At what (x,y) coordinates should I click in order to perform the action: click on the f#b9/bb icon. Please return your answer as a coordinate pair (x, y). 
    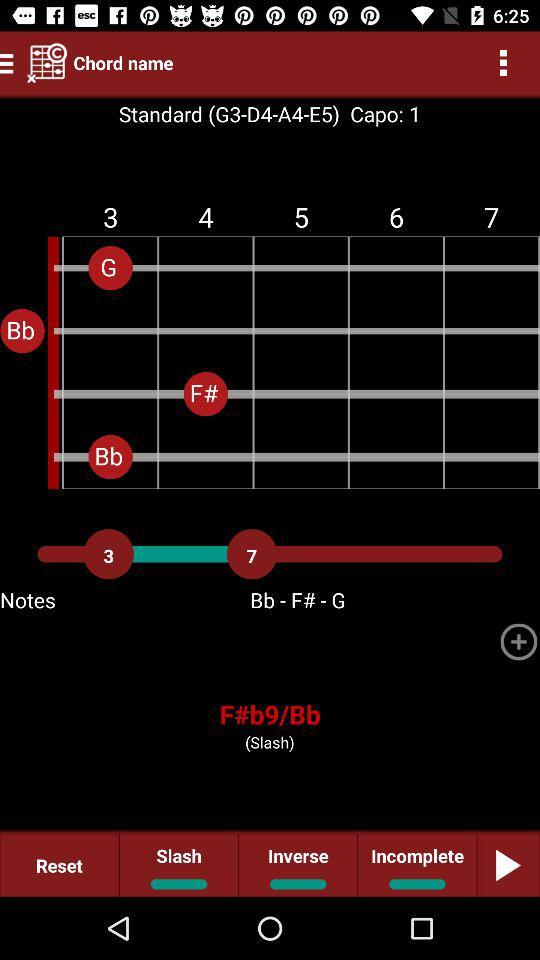
    Looking at the image, I should click on (270, 714).